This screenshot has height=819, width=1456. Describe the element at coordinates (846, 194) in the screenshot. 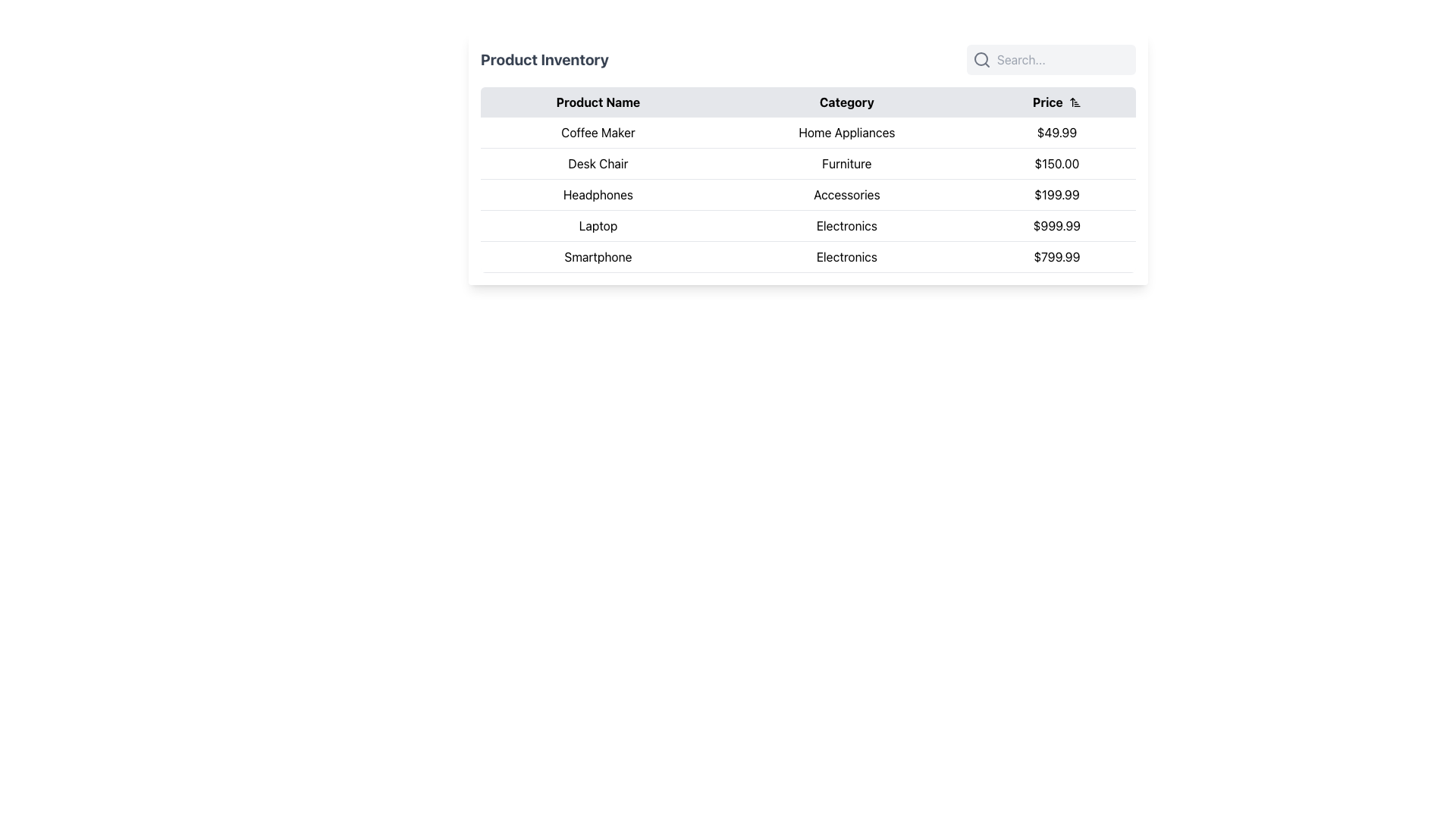

I see `the text label displaying 'Accessories' in the 'Category' column corresponding to 'Headphones'` at that location.